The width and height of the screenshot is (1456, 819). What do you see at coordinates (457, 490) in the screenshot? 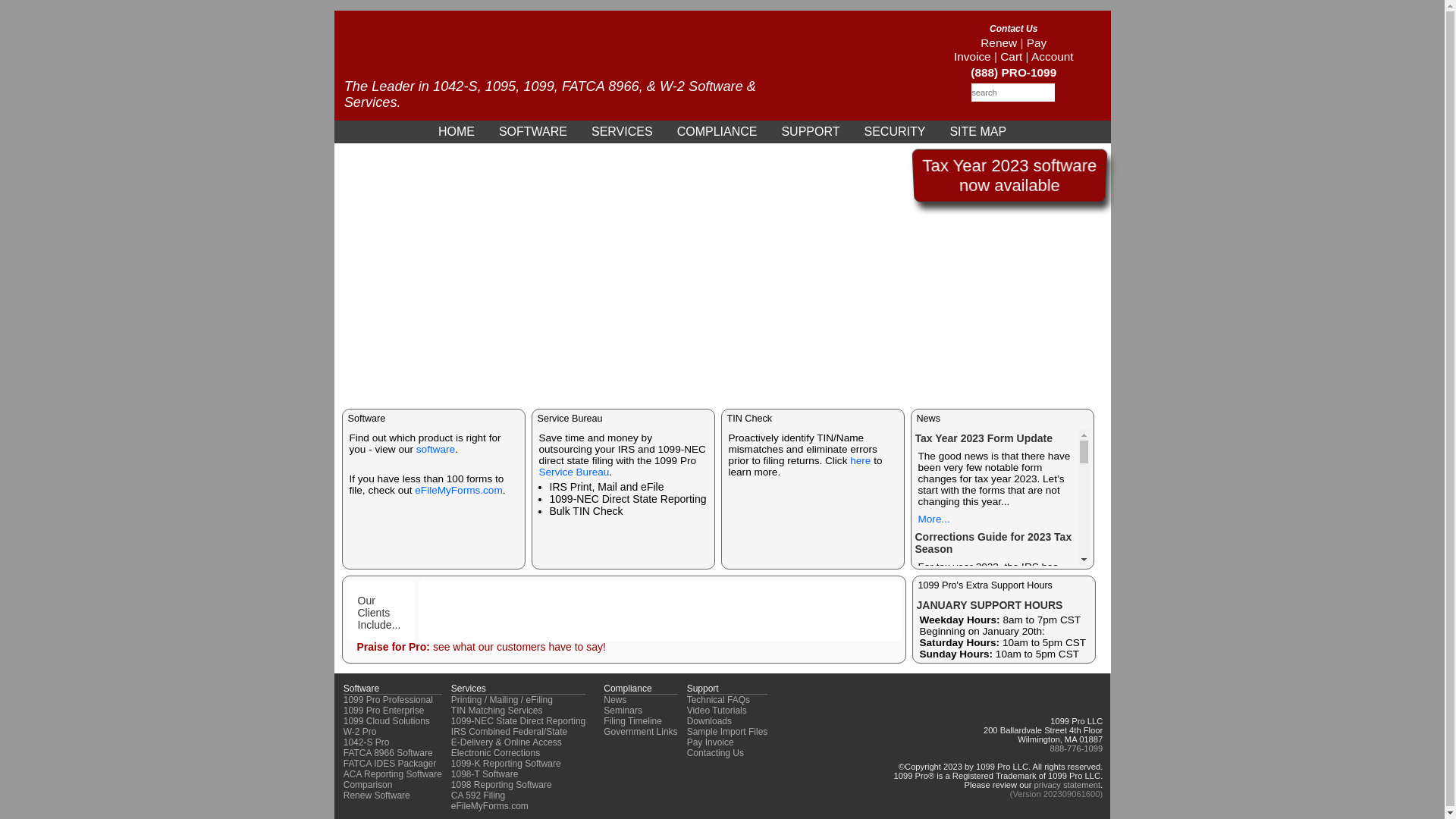
I see `'eFileMyForms.com'` at bounding box center [457, 490].